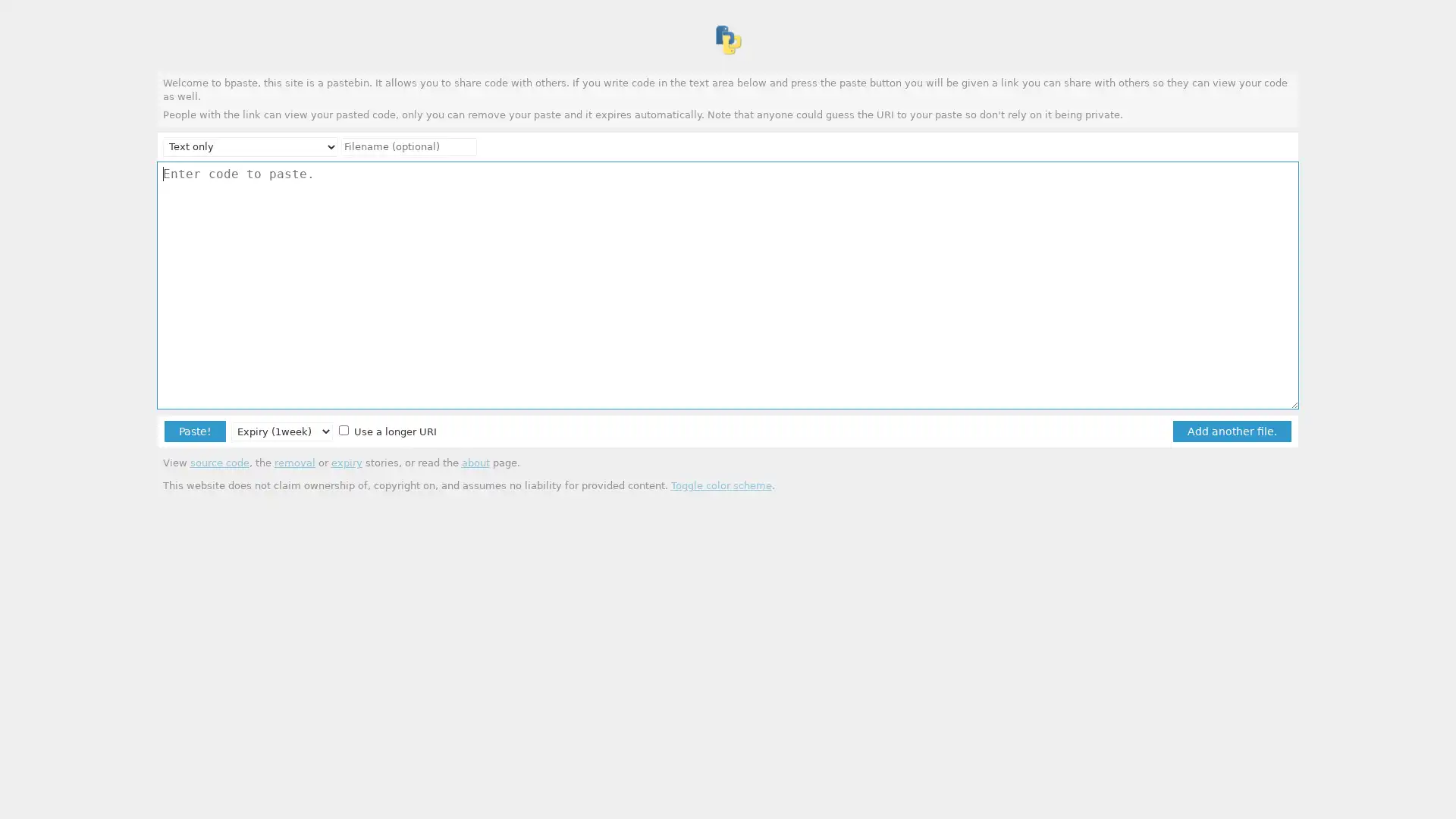 This screenshot has height=819, width=1456. I want to click on Add another file., so click(1231, 431).